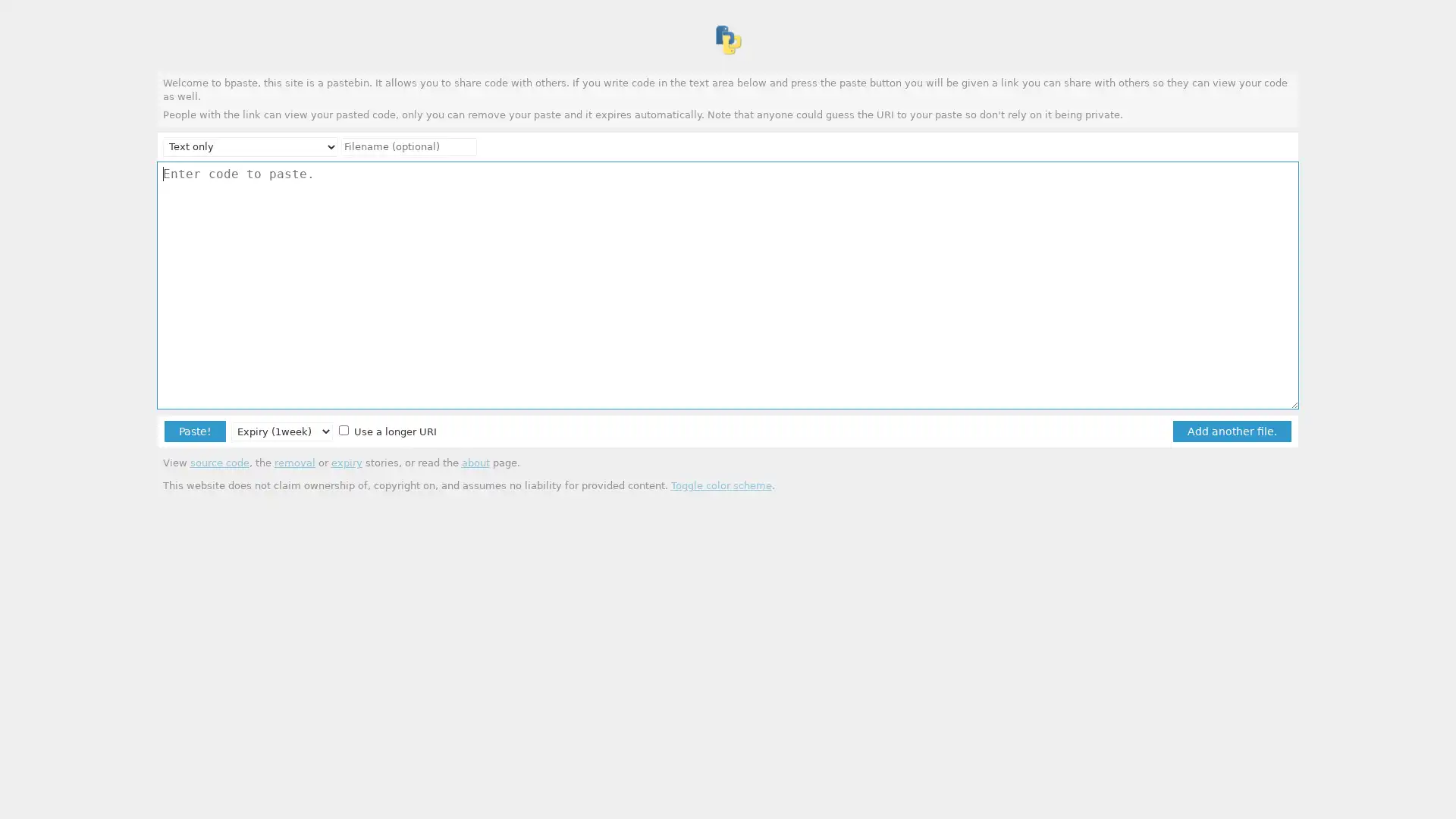 This screenshot has height=819, width=1456. I want to click on Add another file., so click(1231, 431).